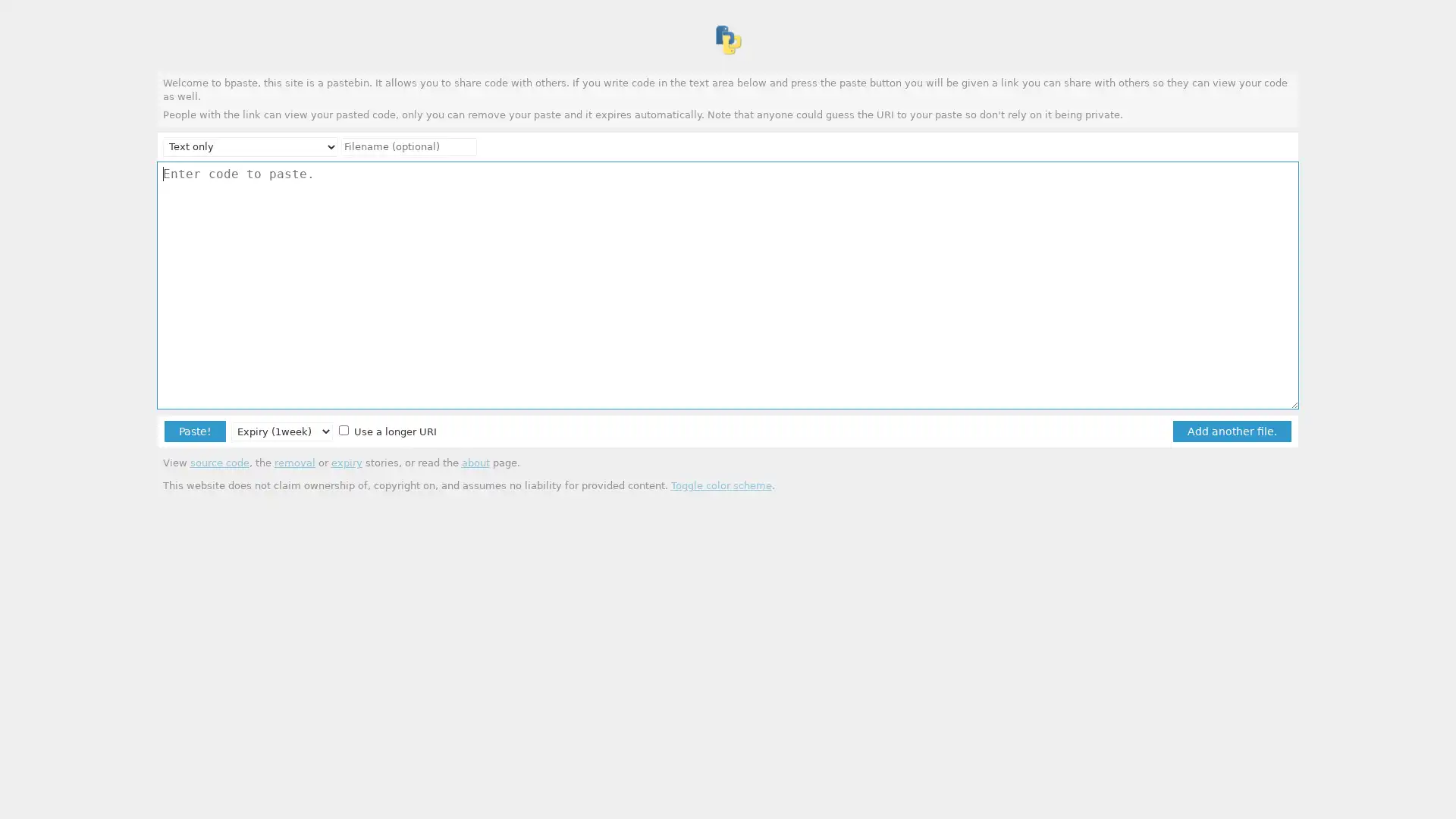 This screenshot has height=819, width=1456. I want to click on Add another file., so click(1231, 431).